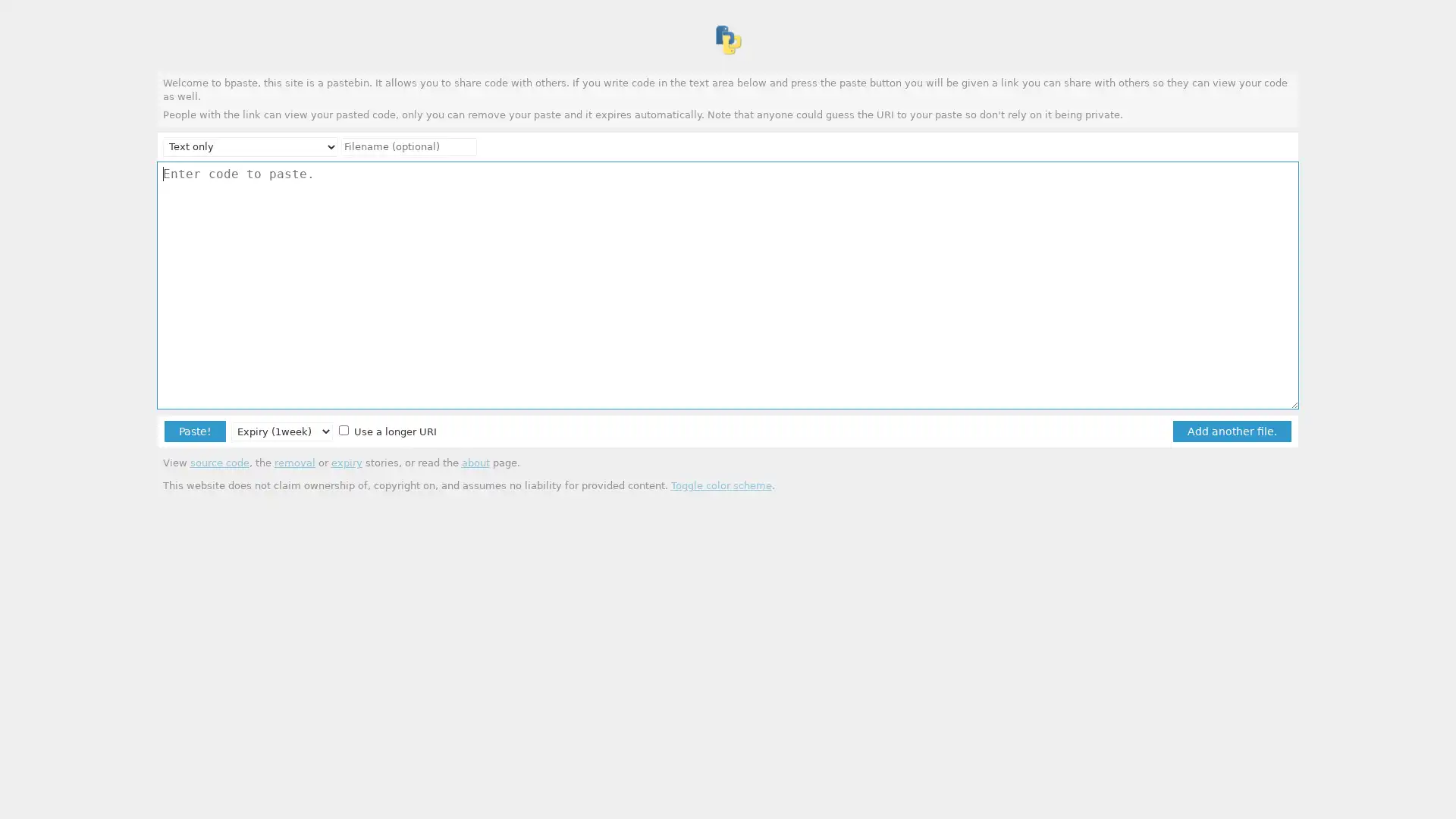 This screenshot has height=819, width=1456. I want to click on Add another file., so click(1231, 431).